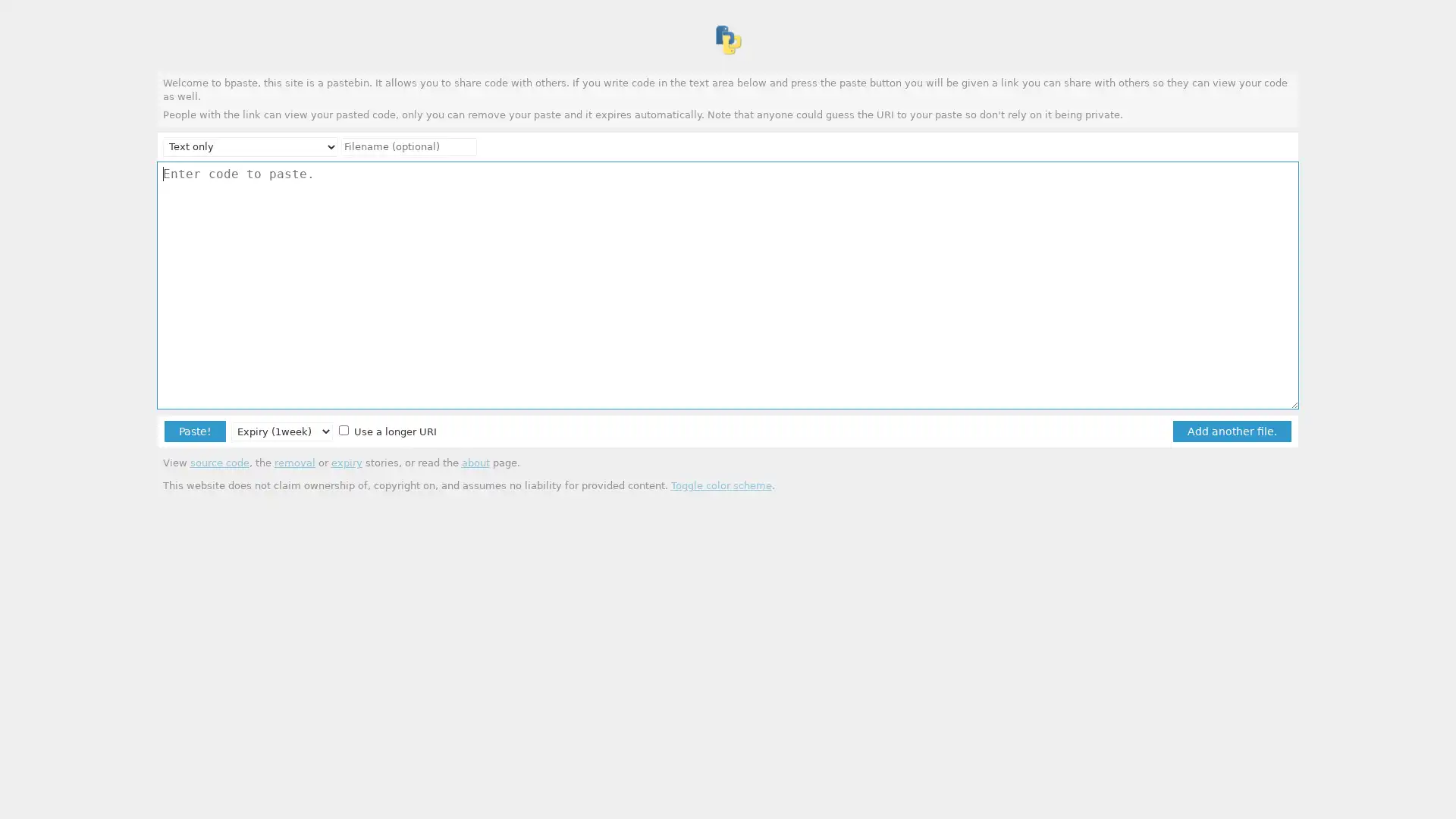 This screenshot has height=819, width=1456. I want to click on Add another file., so click(1231, 431).